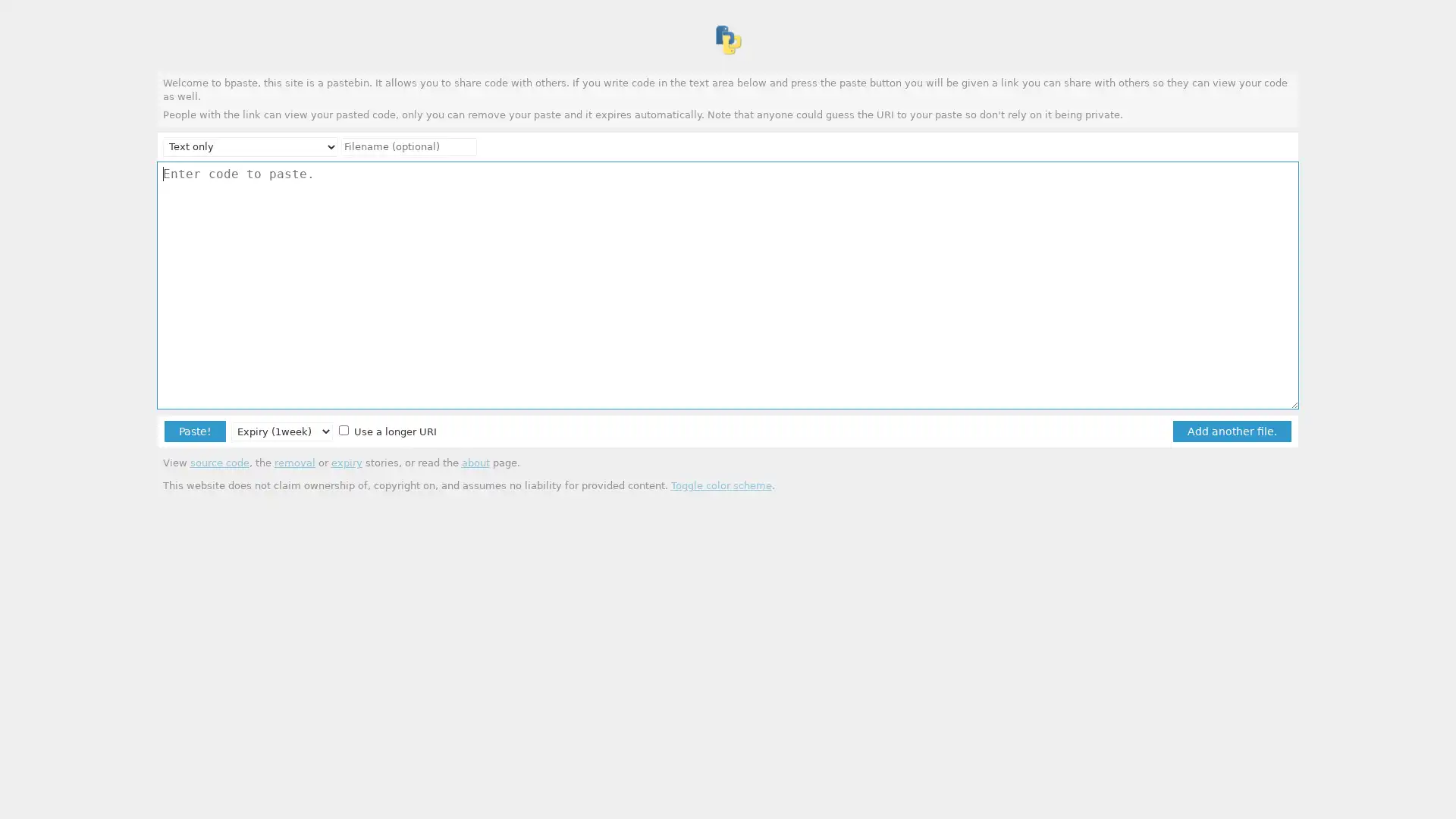 This screenshot has height=819, width=1456. I want to click on Add another file., so click(1231, 431).